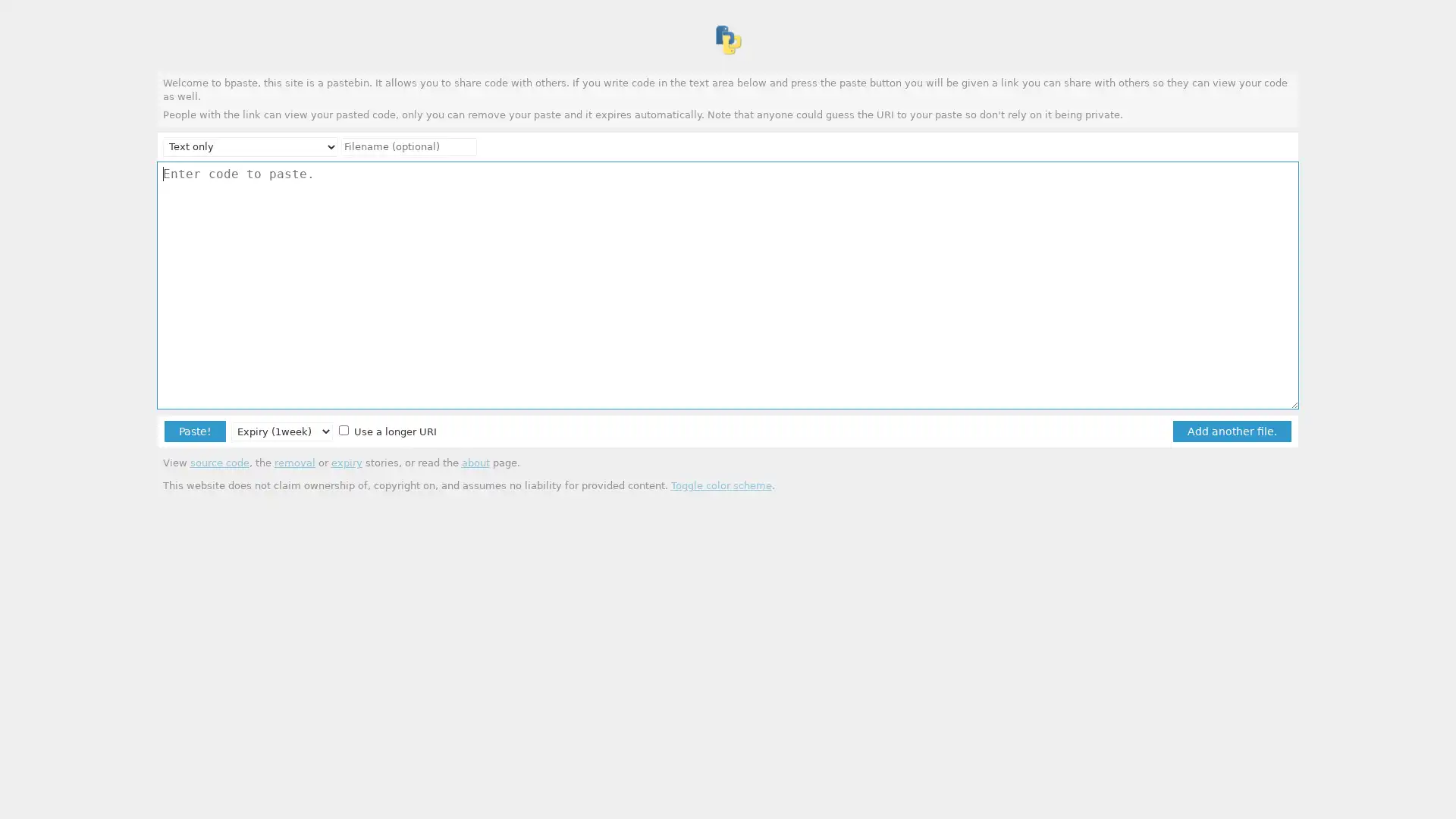 This screenshot has height=819, width=1456. I want to click on Add another file., so click(1231, 431).